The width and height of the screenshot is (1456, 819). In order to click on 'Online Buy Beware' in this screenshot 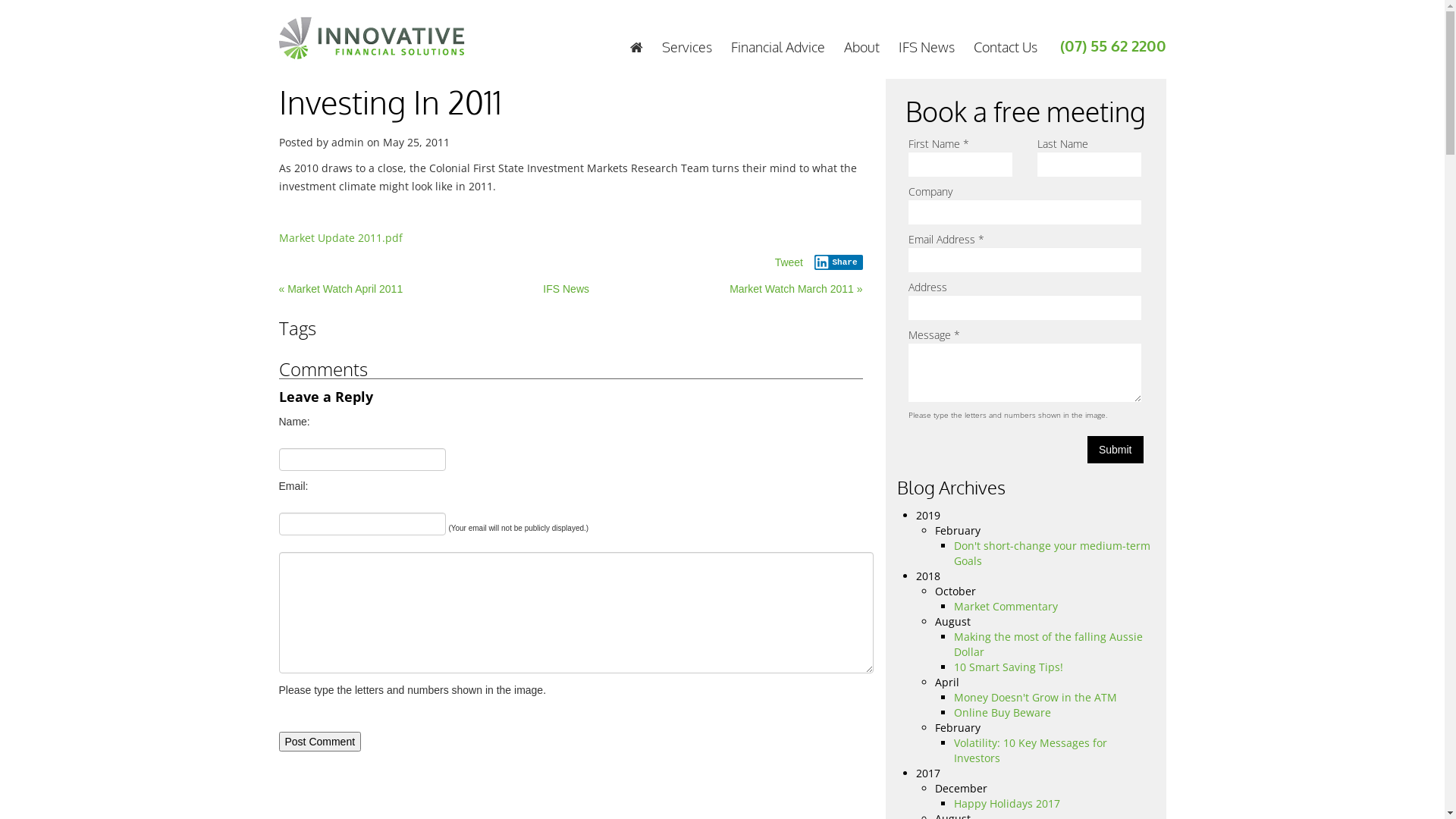, I will do `click(1002, 712)`.